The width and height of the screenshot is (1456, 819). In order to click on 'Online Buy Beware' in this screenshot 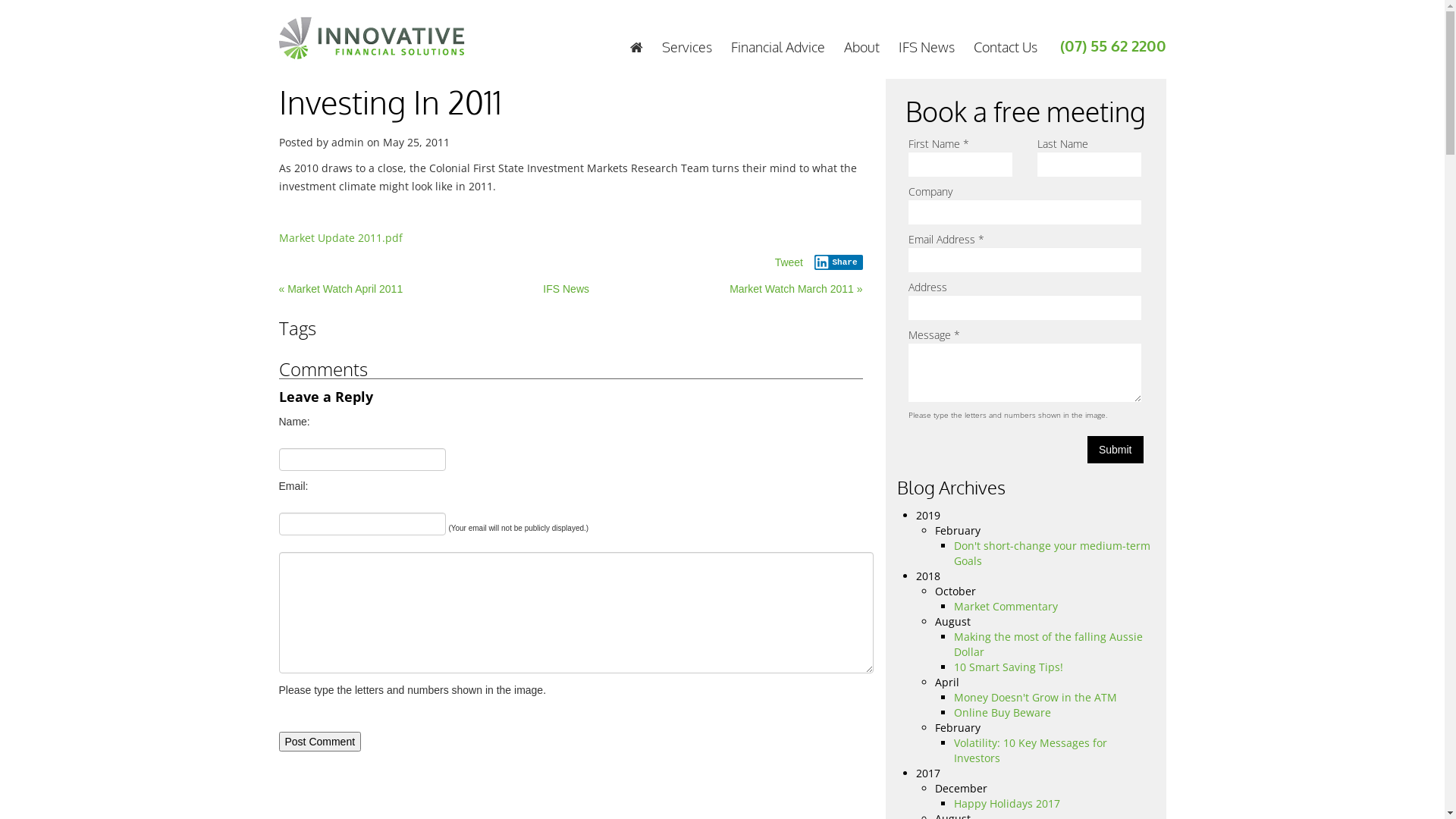, I will do `click(1002, 712)`.